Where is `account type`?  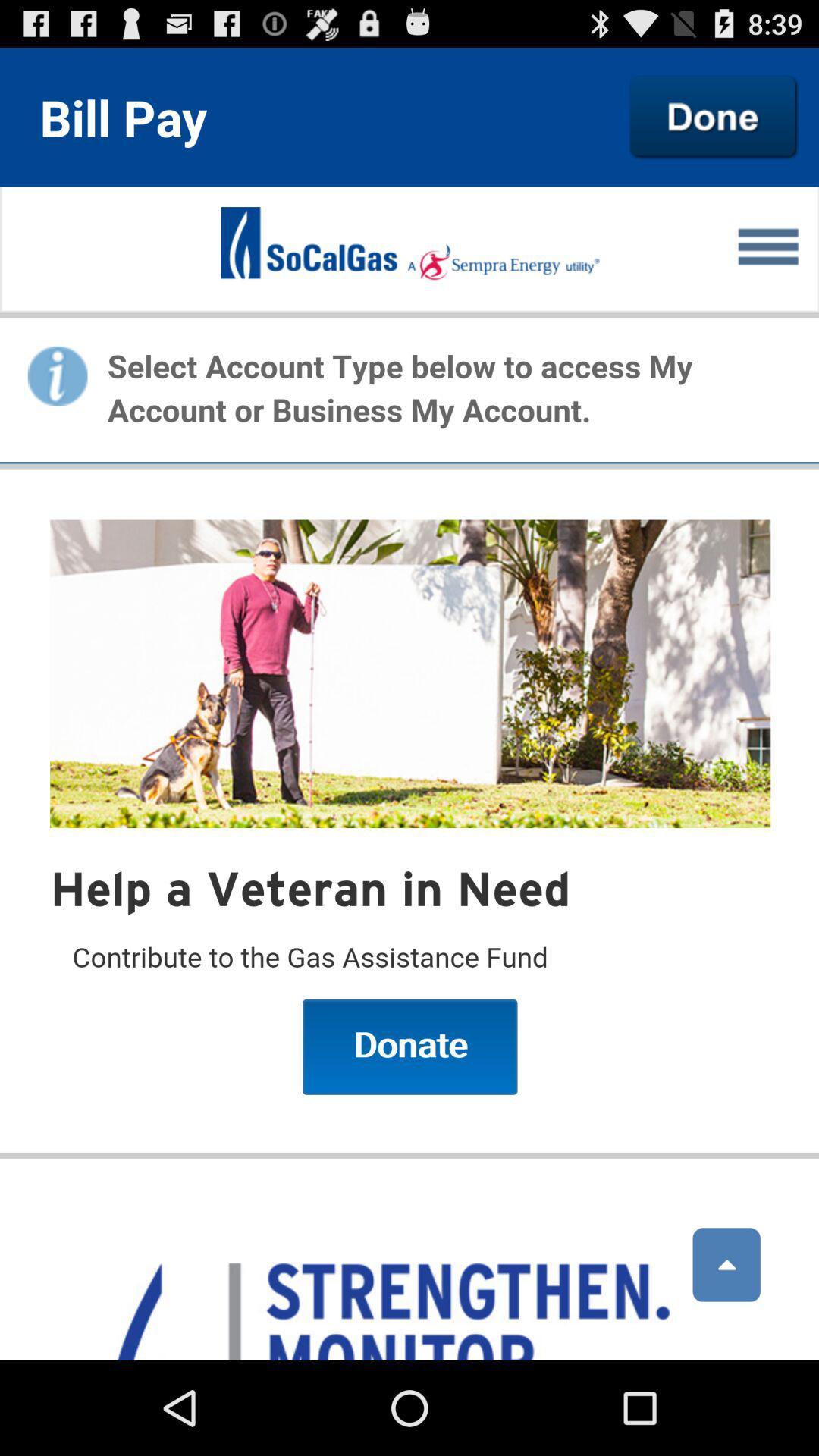
account type is located at coordinates (409, 773).